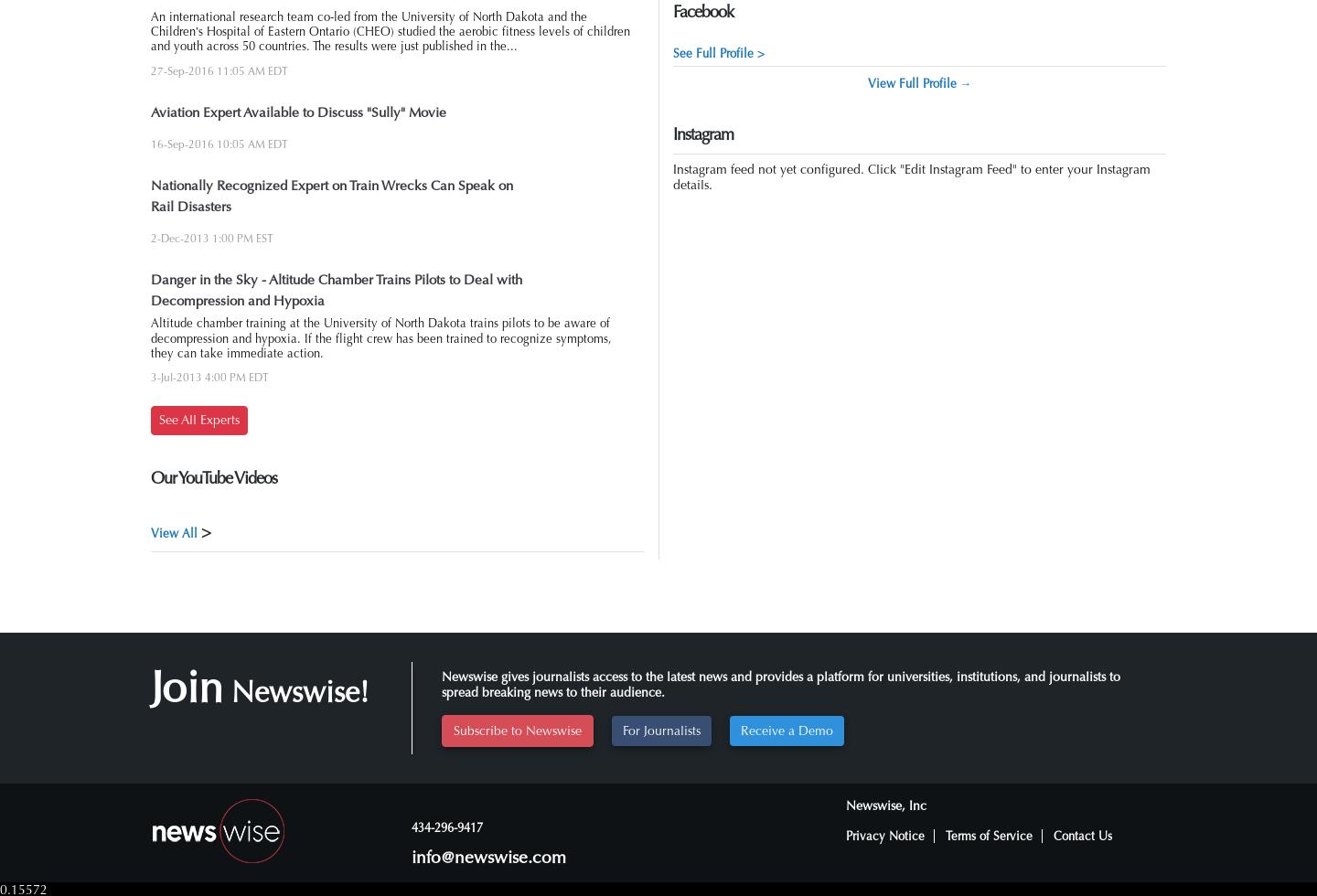  Describe the element at coordinates (380, 338) in the screenshot. I see `'Altitude chamber training at the University of North Dakota trains pilots to be aware of decompression and hypoxia. If the flight crew has been trained to recognize symptoms, they can take immediate action.'` at that location.